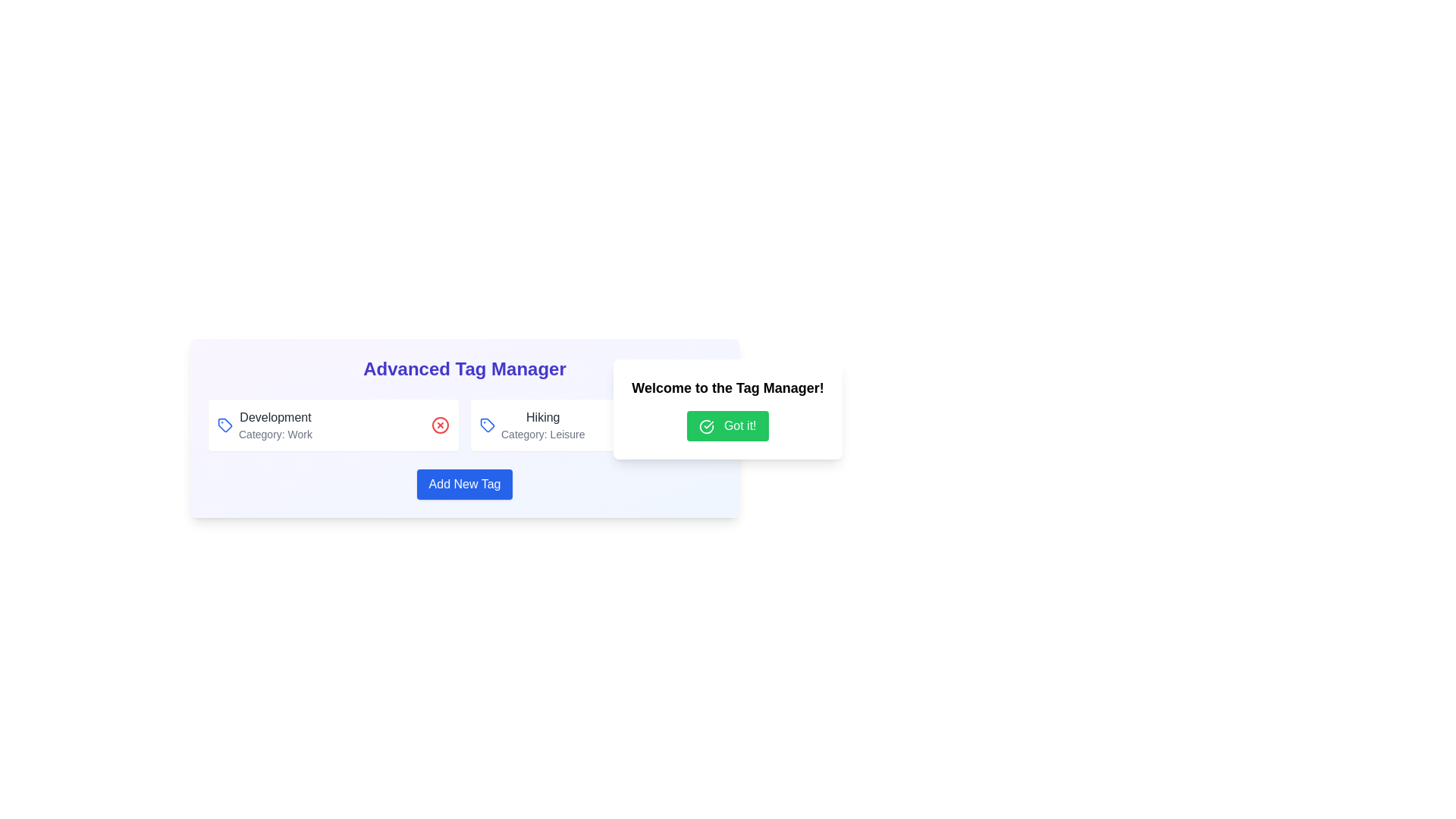 The width and height of the screenshot is (1456, 819). I want to click on the circular green checkmark icon located to the left of the 'Got it!' text inside the green button, so click(706, 426).